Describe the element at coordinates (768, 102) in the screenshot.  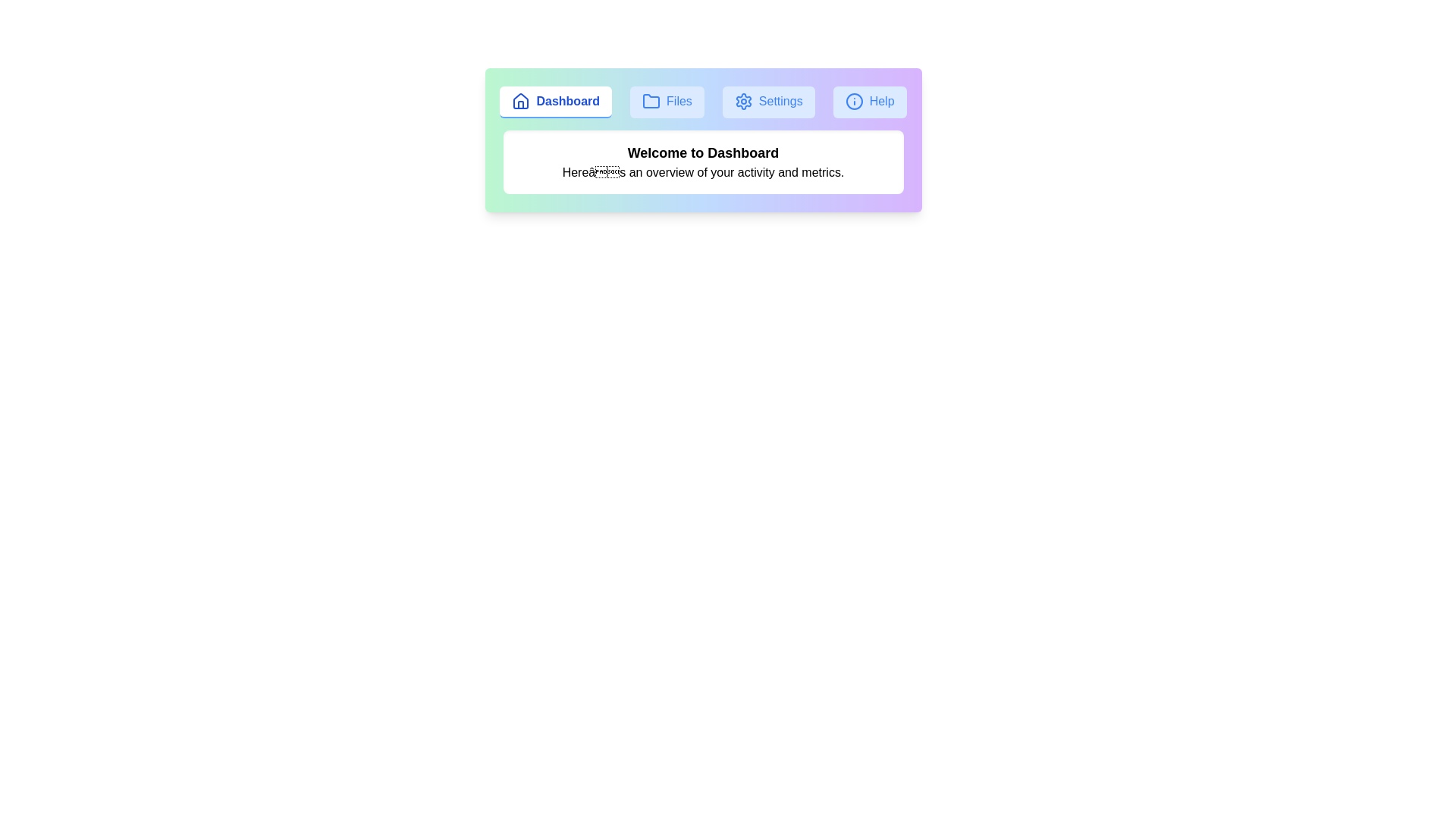
I see `the tab labeled Settings` at that location.